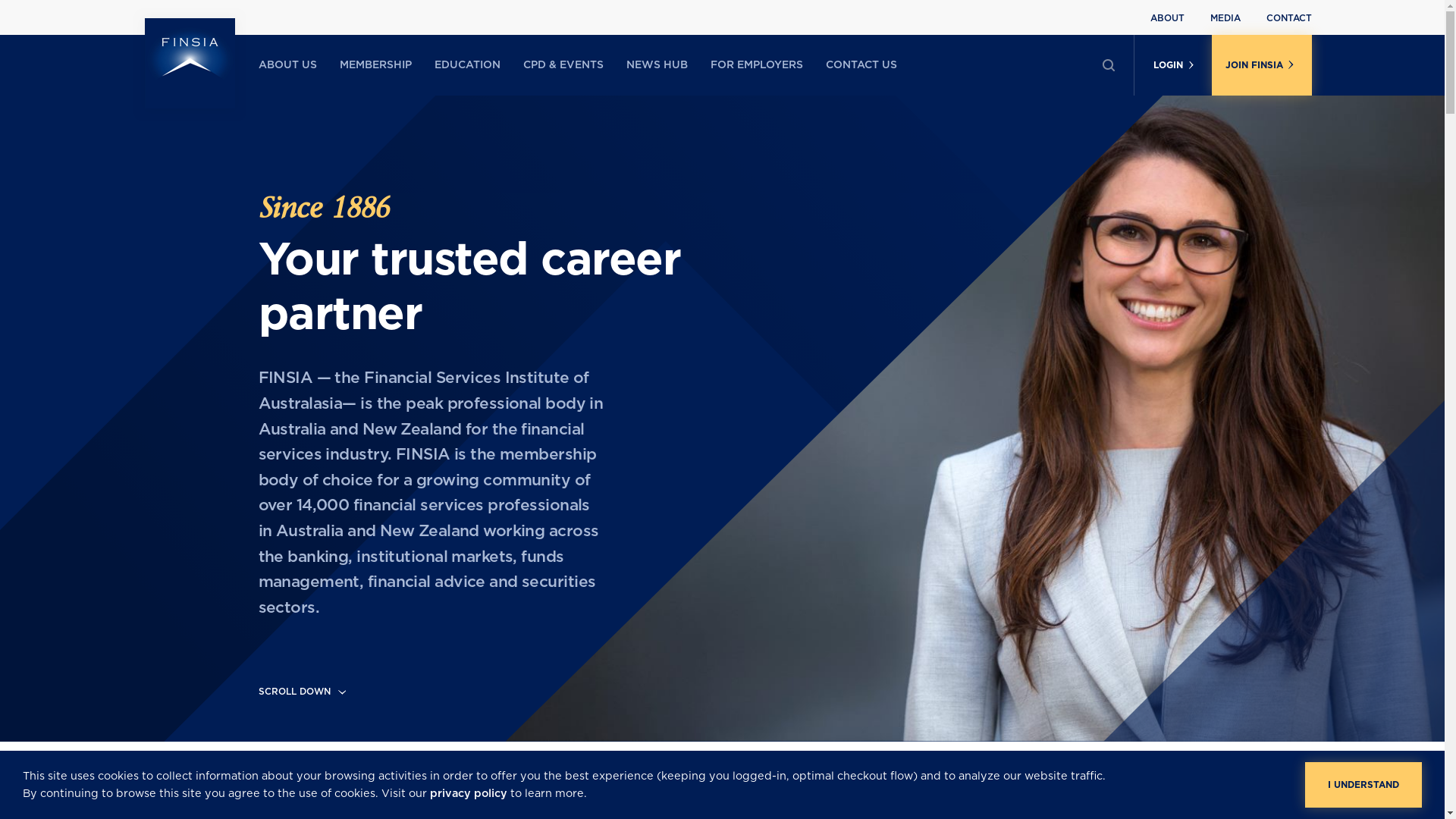  I want to click on 'I UNDERSTAND', so click(1363, 784).